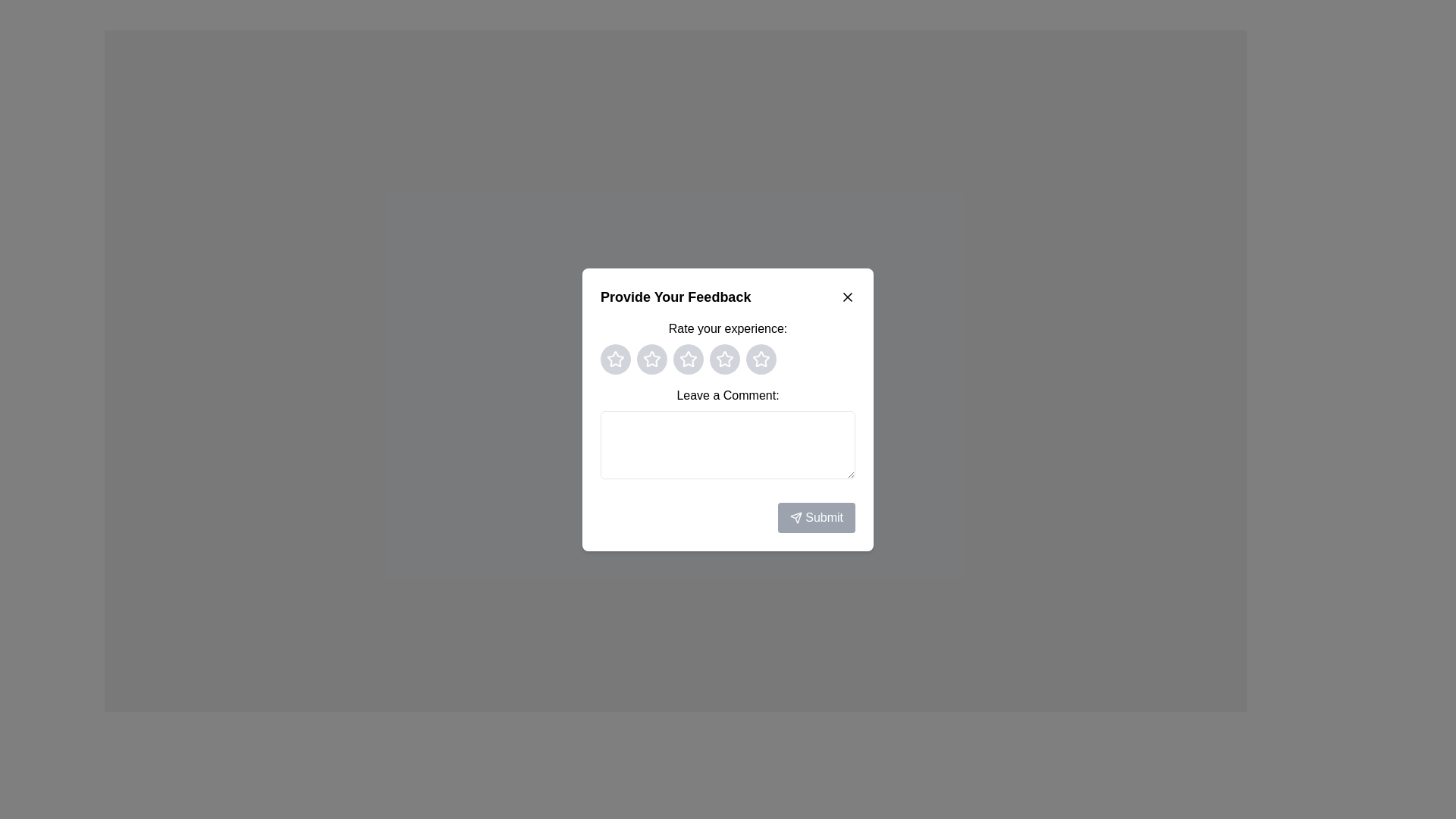 This screenshot has width=1456, height=819. I want to click on the instructional text label located in the 'Provide Your Feedback' dialog box, so click(728, 328).